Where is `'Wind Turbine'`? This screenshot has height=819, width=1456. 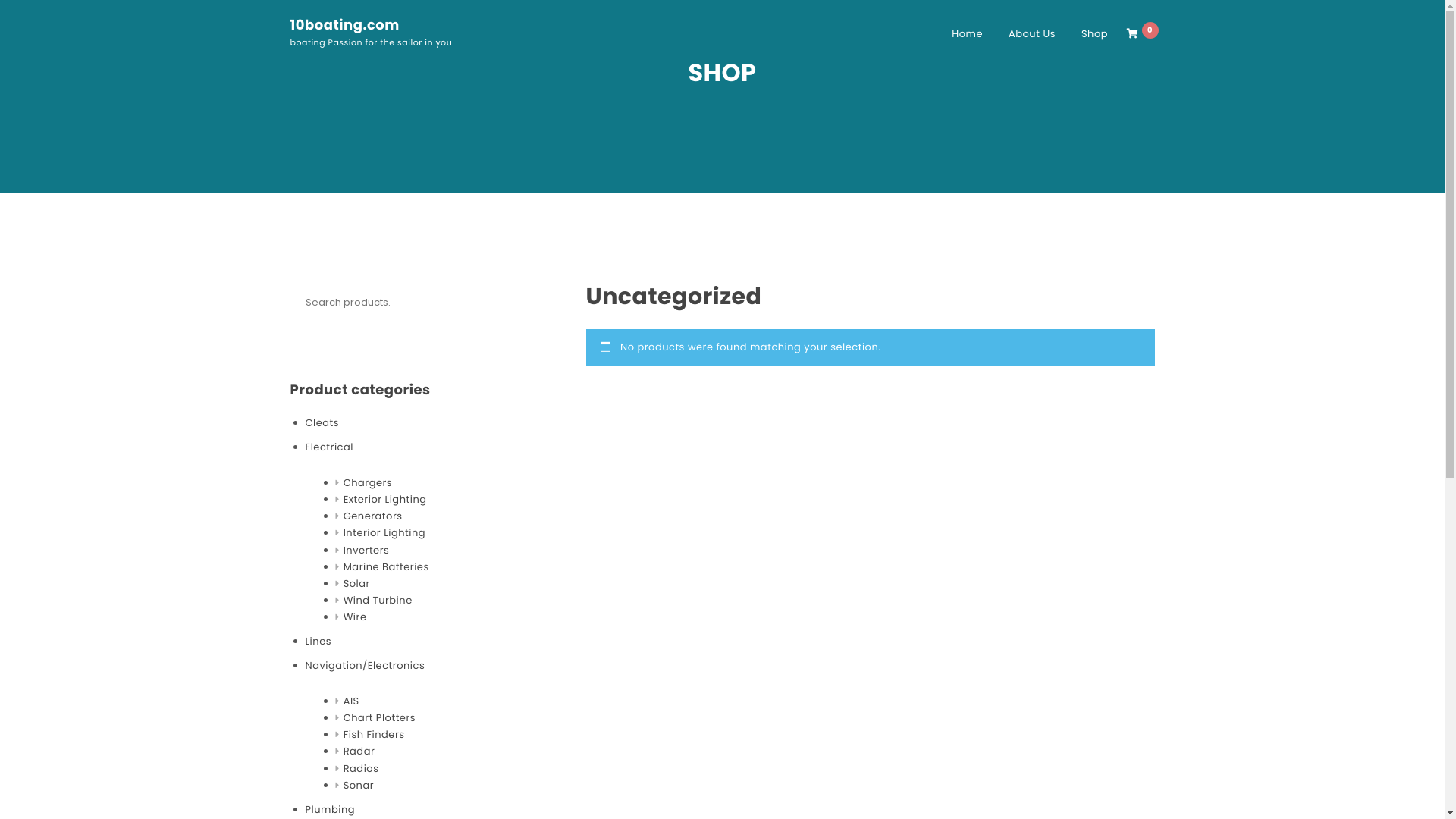
'Wind Turbine' is located at coordinates (378, 599).